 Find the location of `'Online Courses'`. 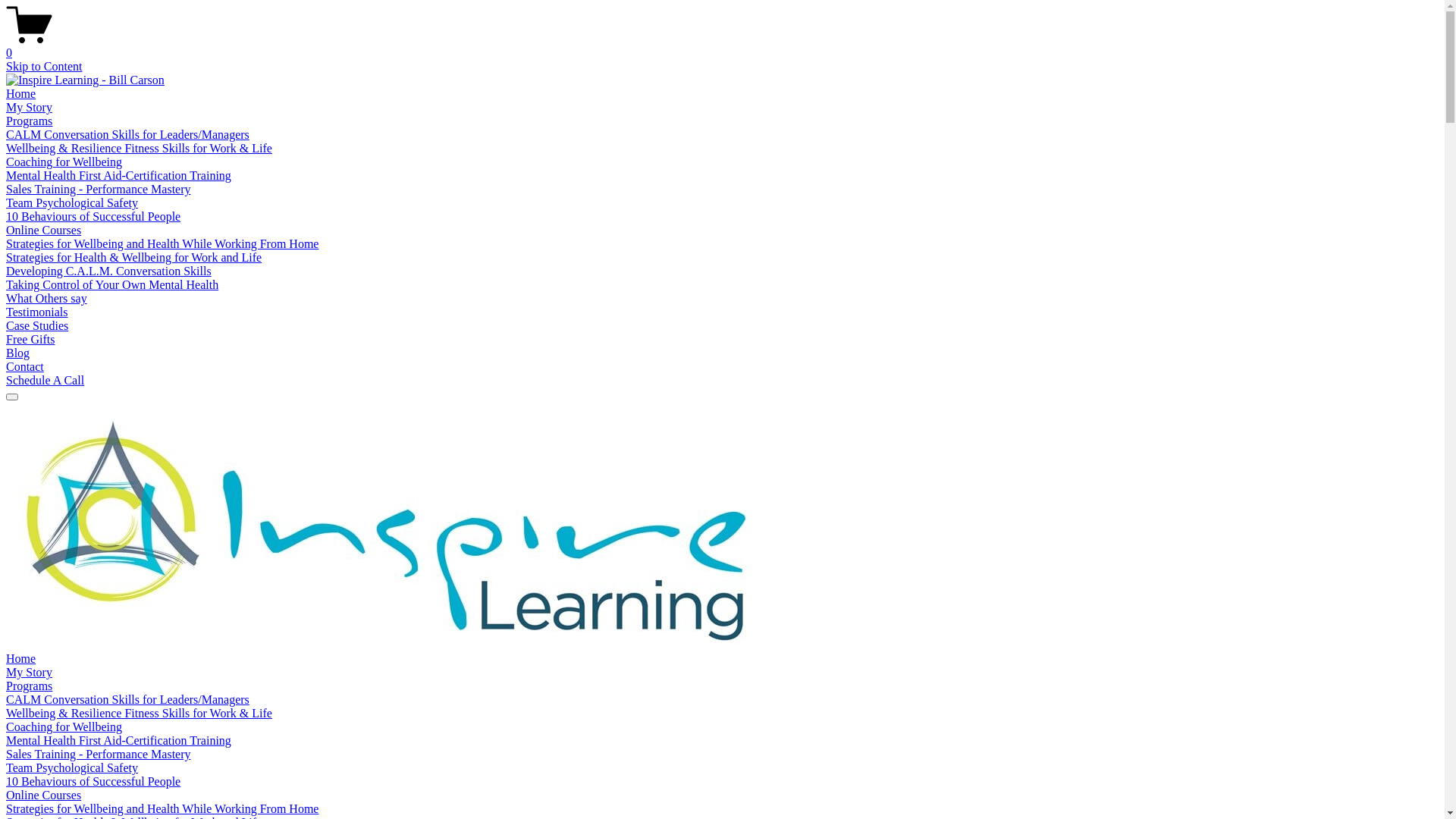

'Online Courses' is located at coordinates (6, 794).